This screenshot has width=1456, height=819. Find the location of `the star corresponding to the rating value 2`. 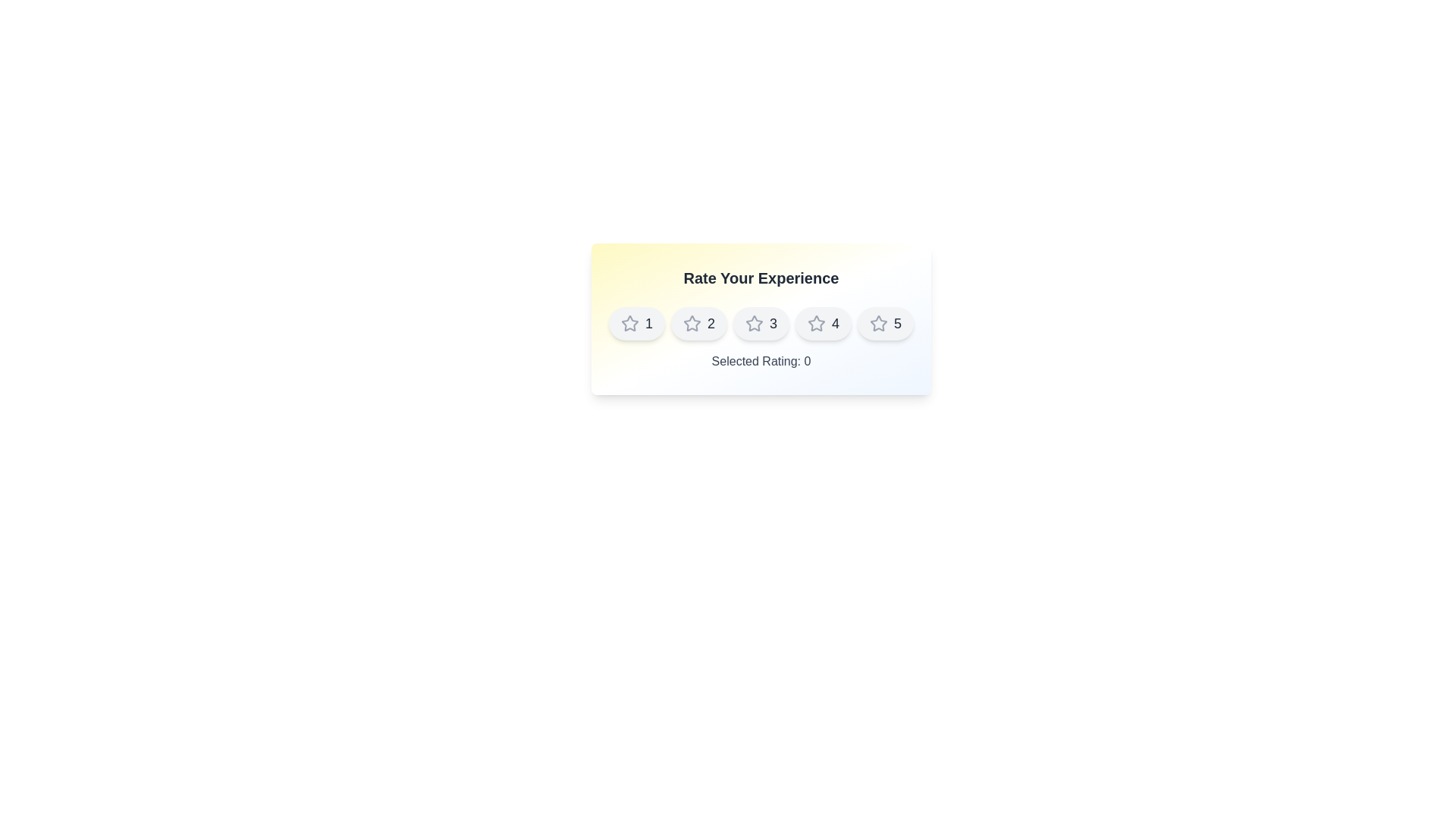

the star corresponding to the rating value 2 is located at coordinates (698, 323).